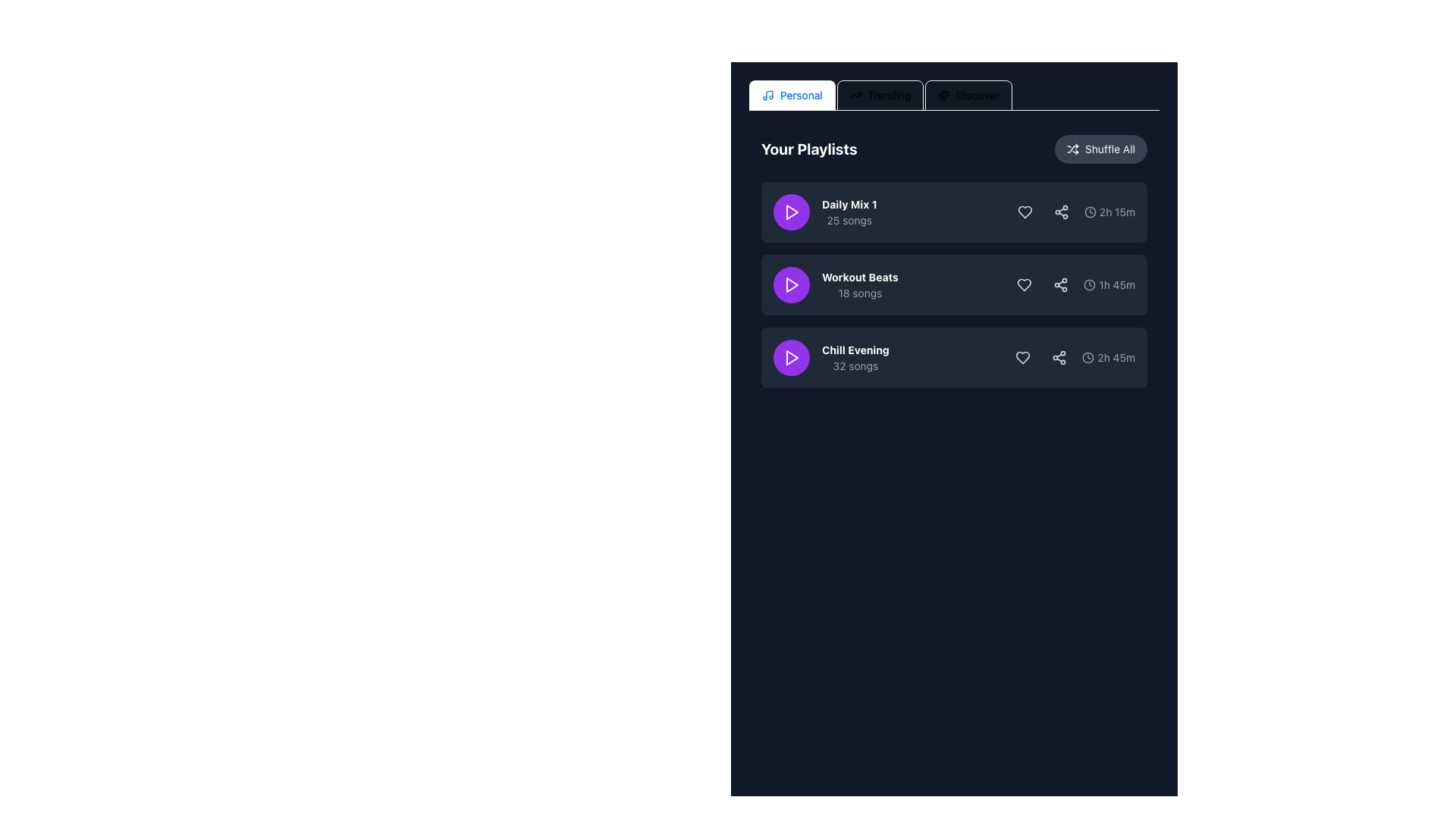  I want to click on the 'Workout Beats' text label, which describes a playlist and shows the number of songs it contains, positioned under the 'Your Playlists' section, so click(860, 284).